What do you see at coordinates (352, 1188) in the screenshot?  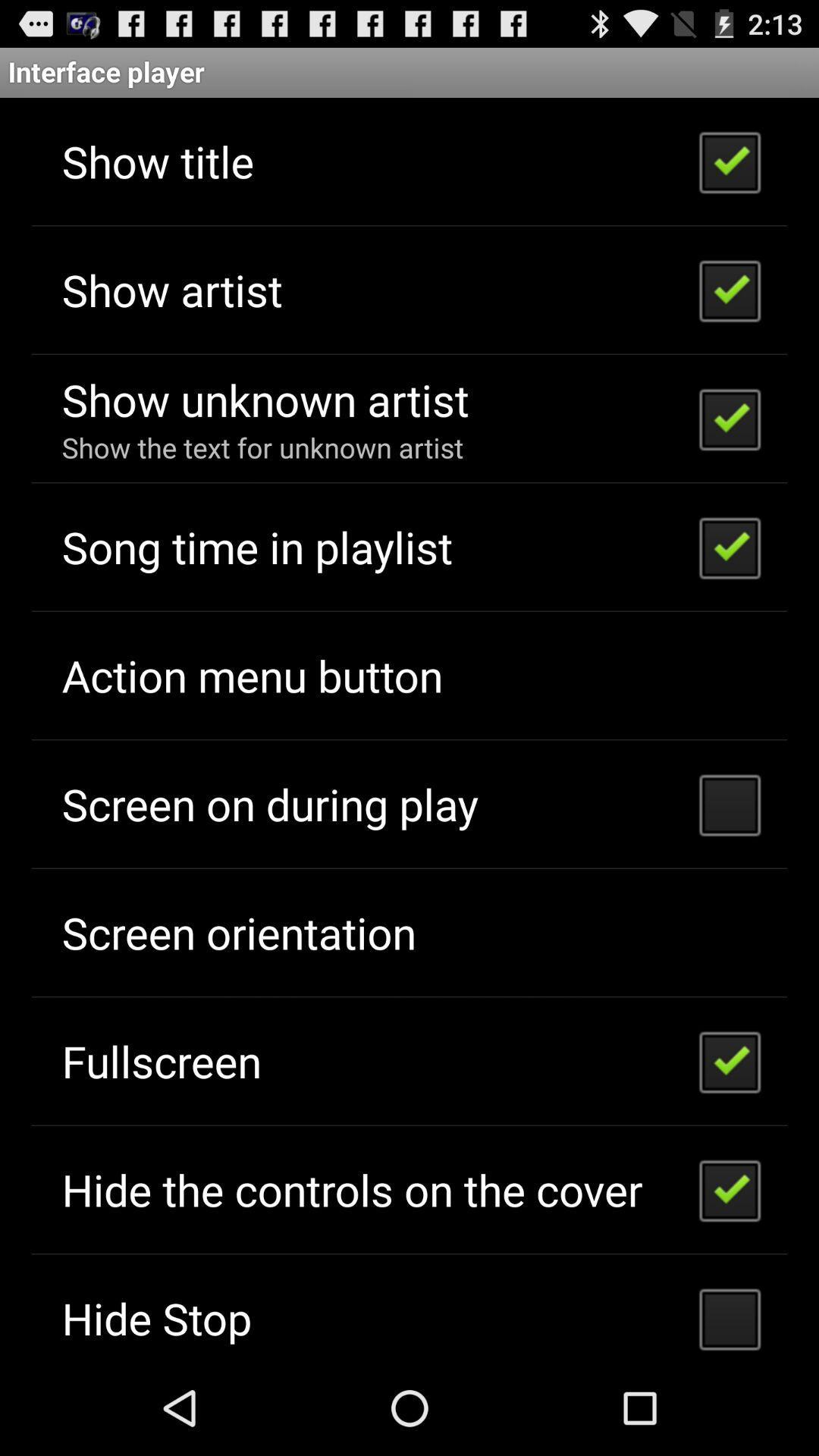 I see `the hide the controls app` at bounding box center [352, 1188].